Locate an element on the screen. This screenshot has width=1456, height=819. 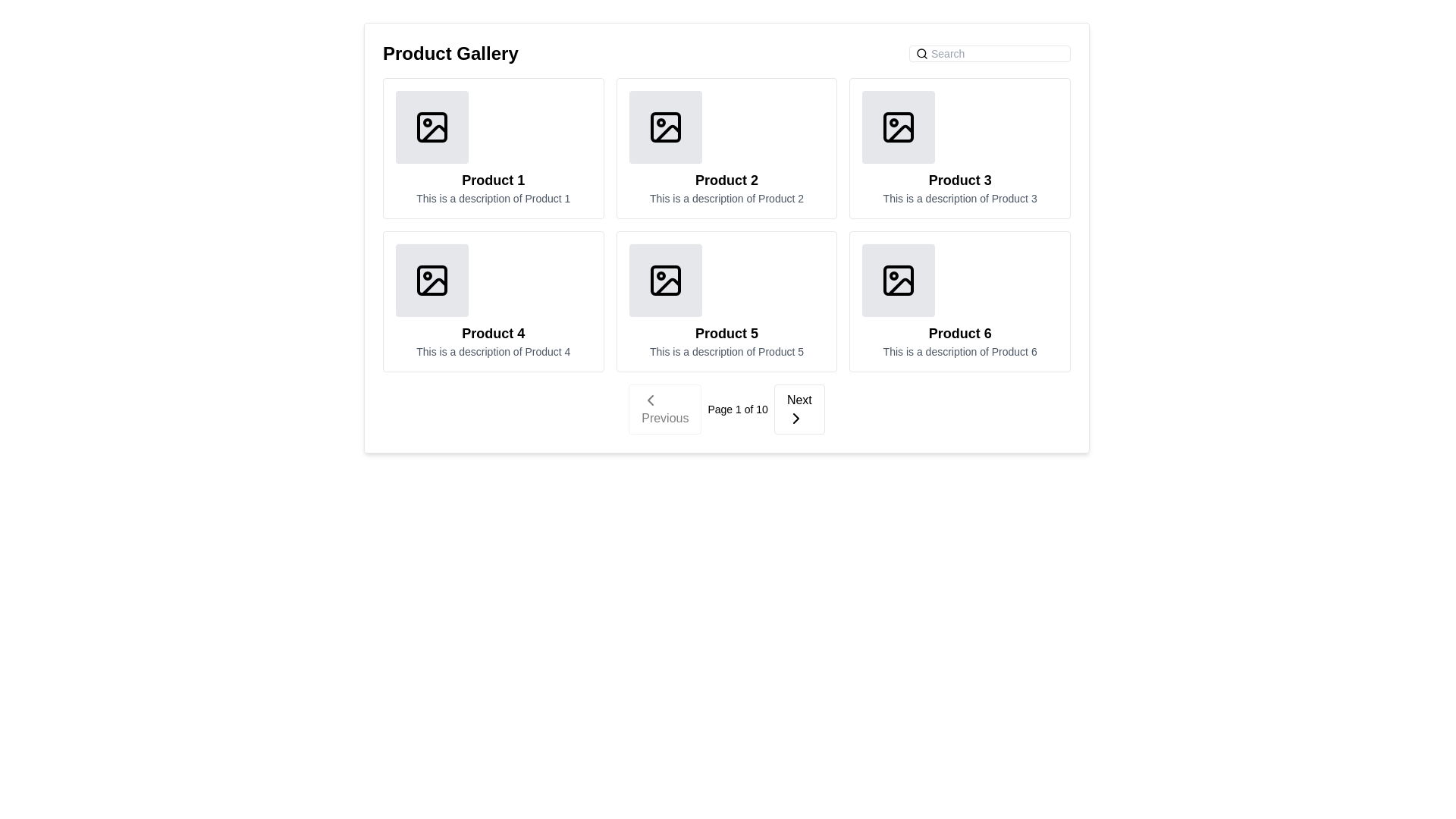
the circular graphical icon within the SVG that represents a part of the magnifying glass design to initiate a search is located at coordinates (921, 52).